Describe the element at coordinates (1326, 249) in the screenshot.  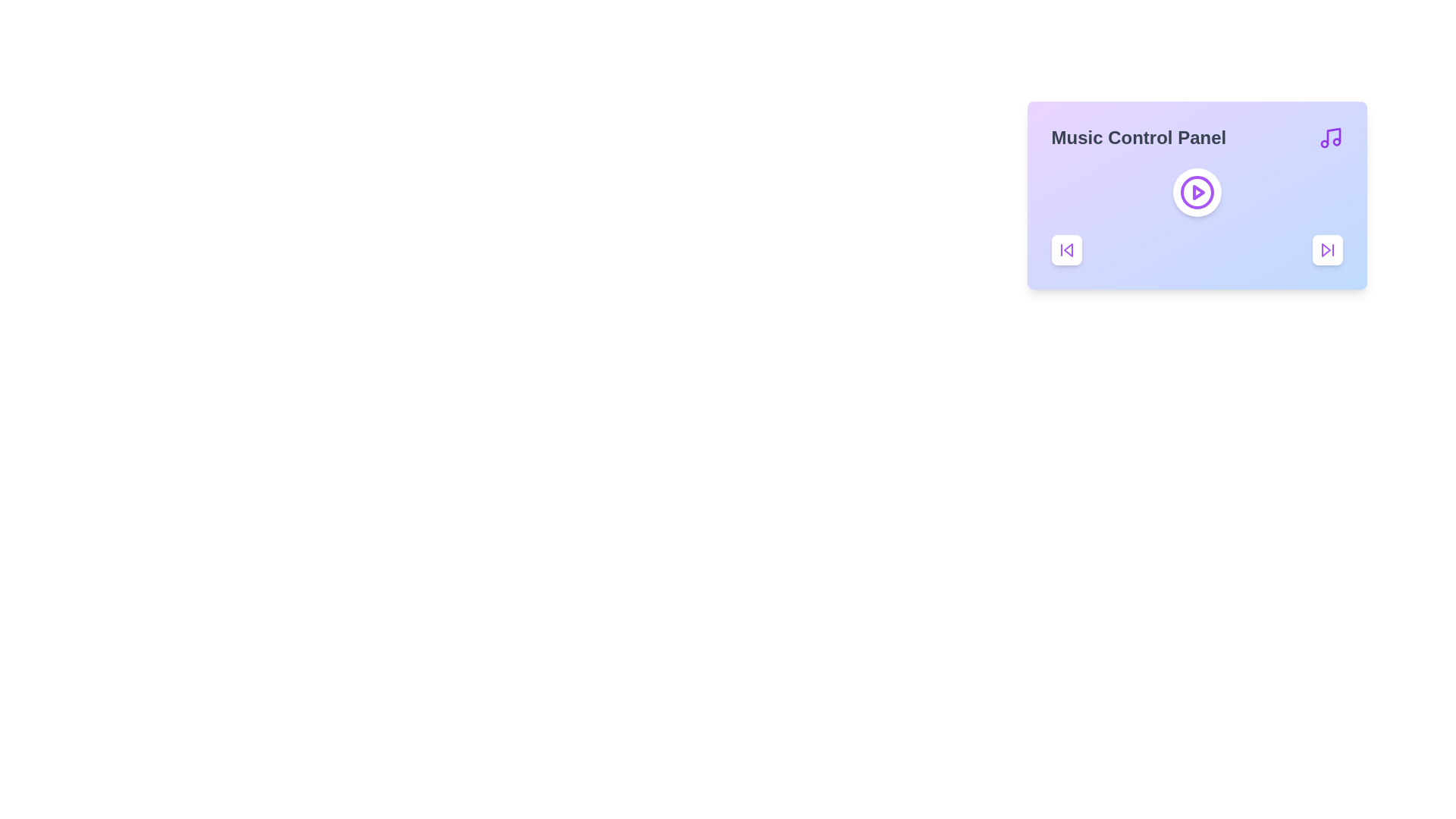
I see `the rectangular button with a white background and a purple play-forward icon for visual feedback` at that location.